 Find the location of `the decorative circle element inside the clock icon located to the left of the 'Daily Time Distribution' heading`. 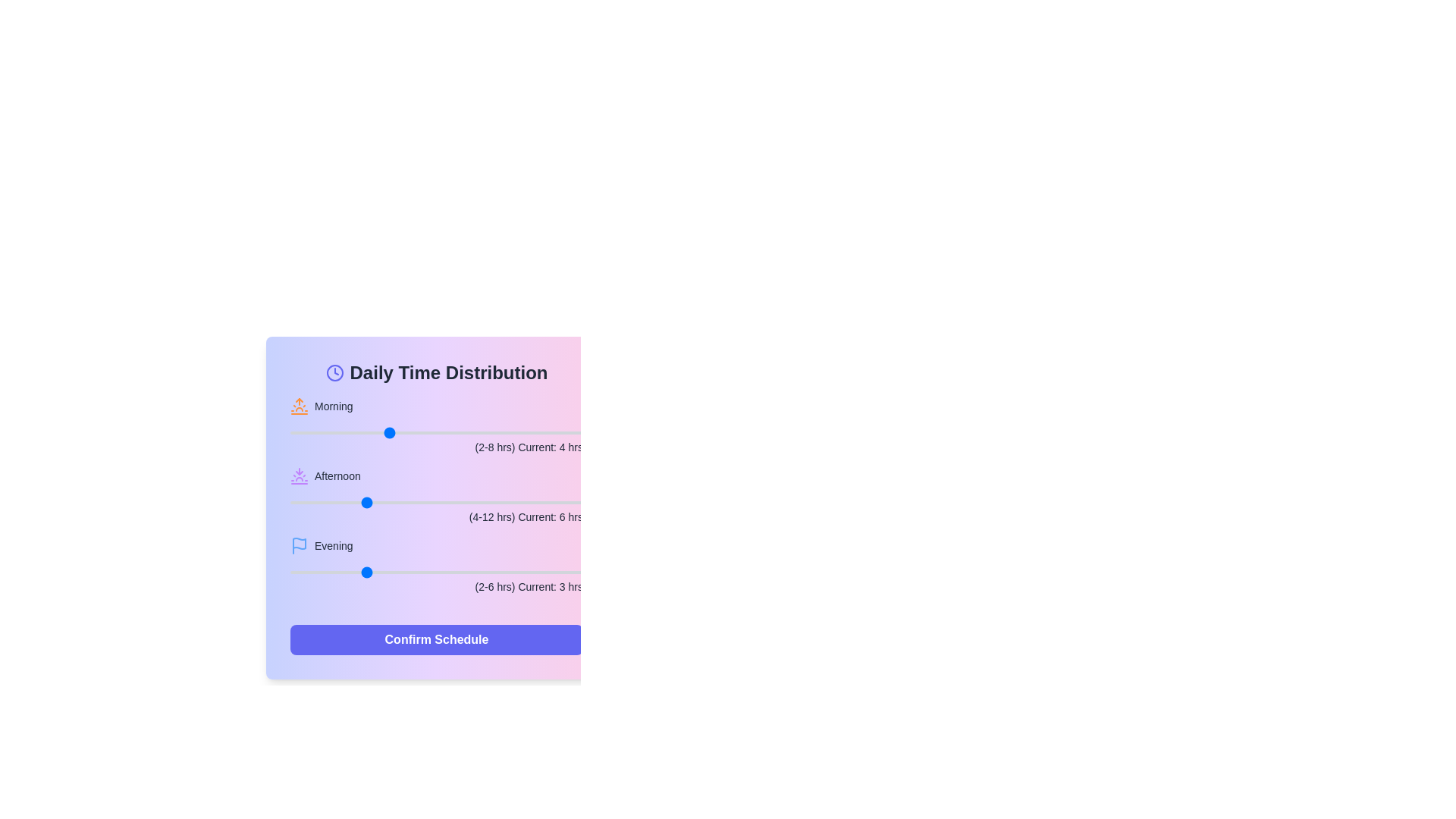

the decorative circle element inside the clock icon located to the left of the 'Daily Time Distribution' heading is located at coordinates (334, 373).